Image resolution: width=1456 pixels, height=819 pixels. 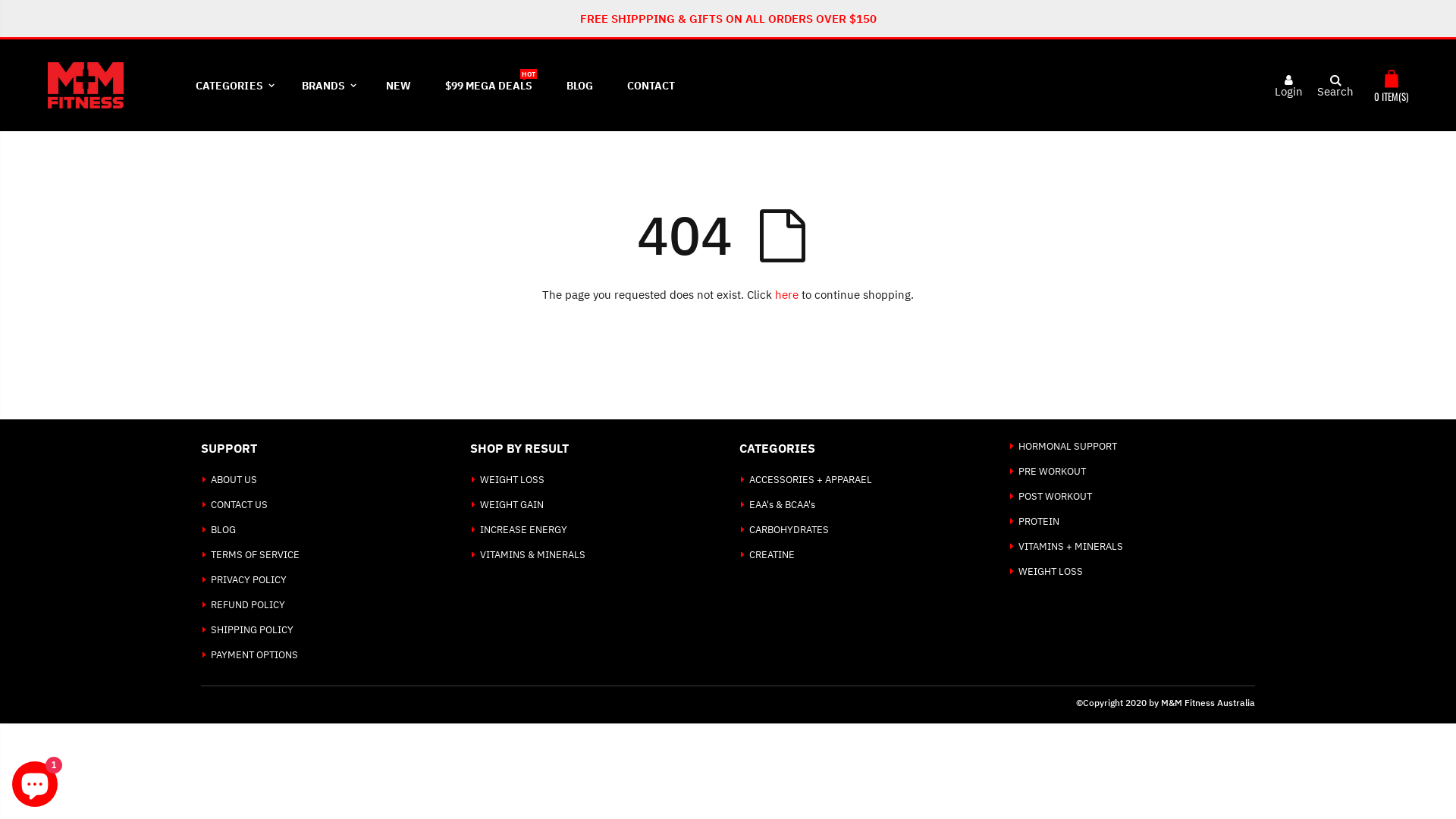 I want to click on 'PAYMENT OPTIONS', so click(x=254, y=654).